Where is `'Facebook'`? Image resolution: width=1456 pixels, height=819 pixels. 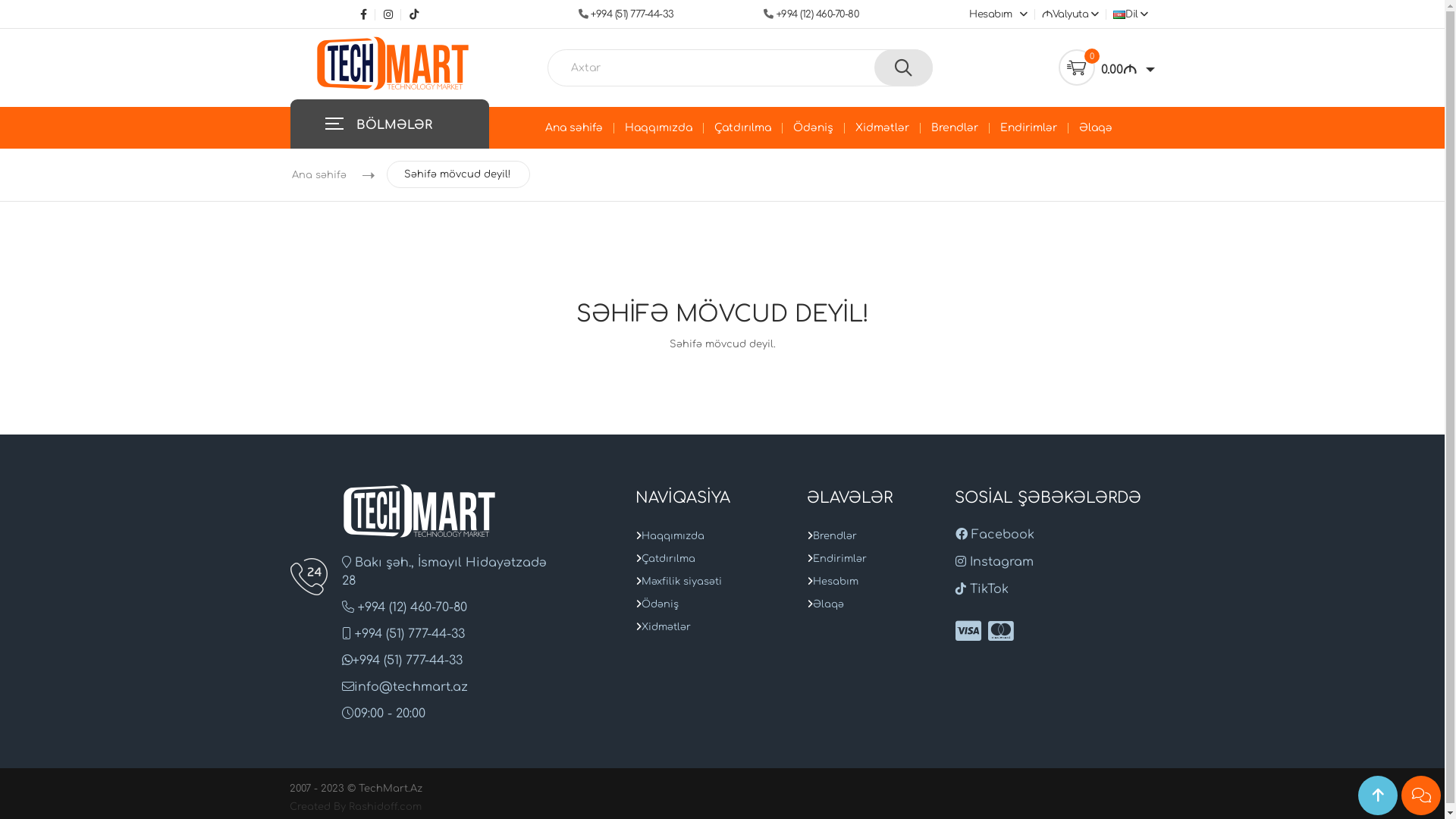 'Facebook' is located at coordinates (994, 534).